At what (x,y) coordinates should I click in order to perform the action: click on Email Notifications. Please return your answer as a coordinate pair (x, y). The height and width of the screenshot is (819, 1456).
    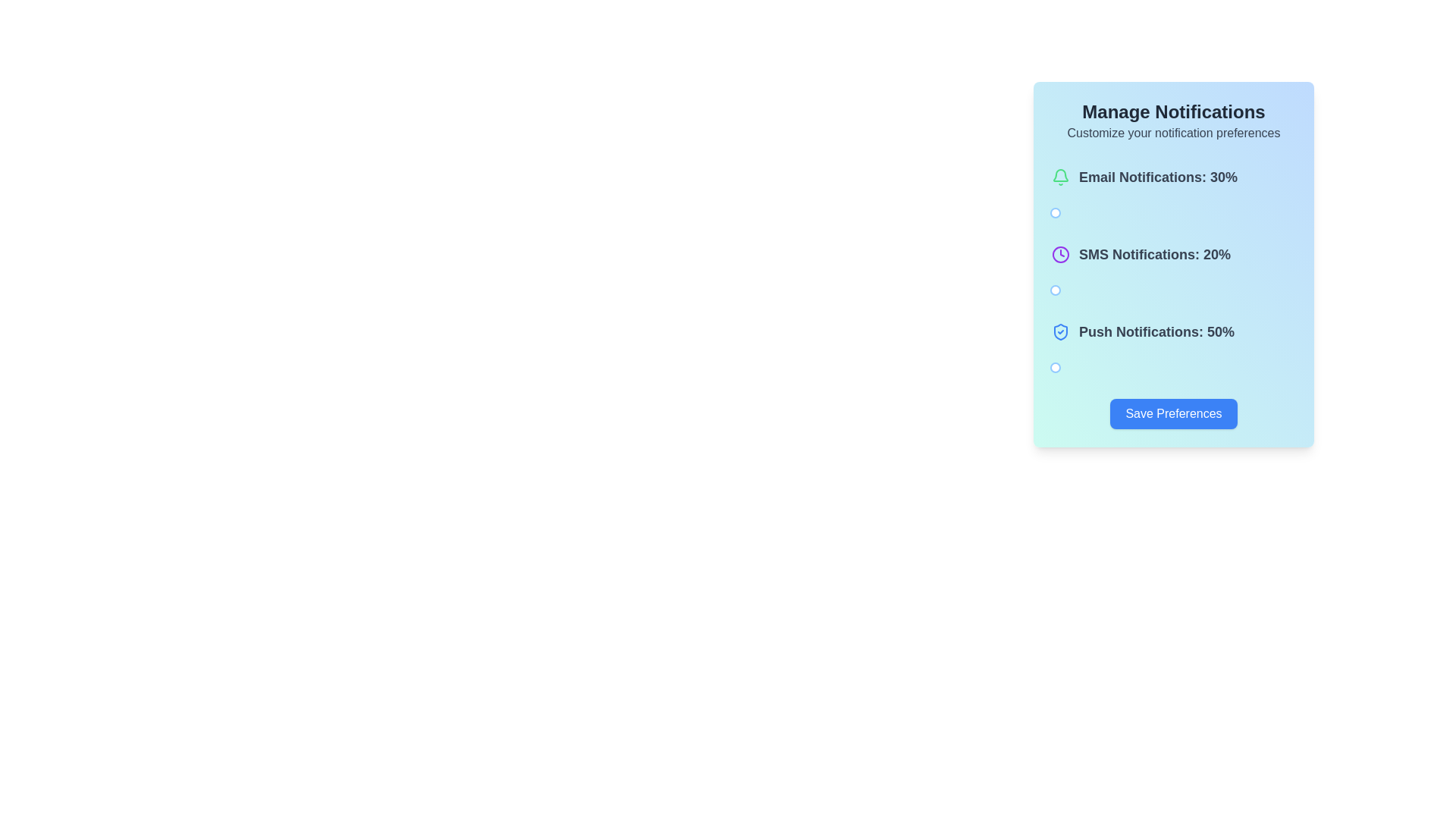
    Looking at the image, I should click on (1047, 213).